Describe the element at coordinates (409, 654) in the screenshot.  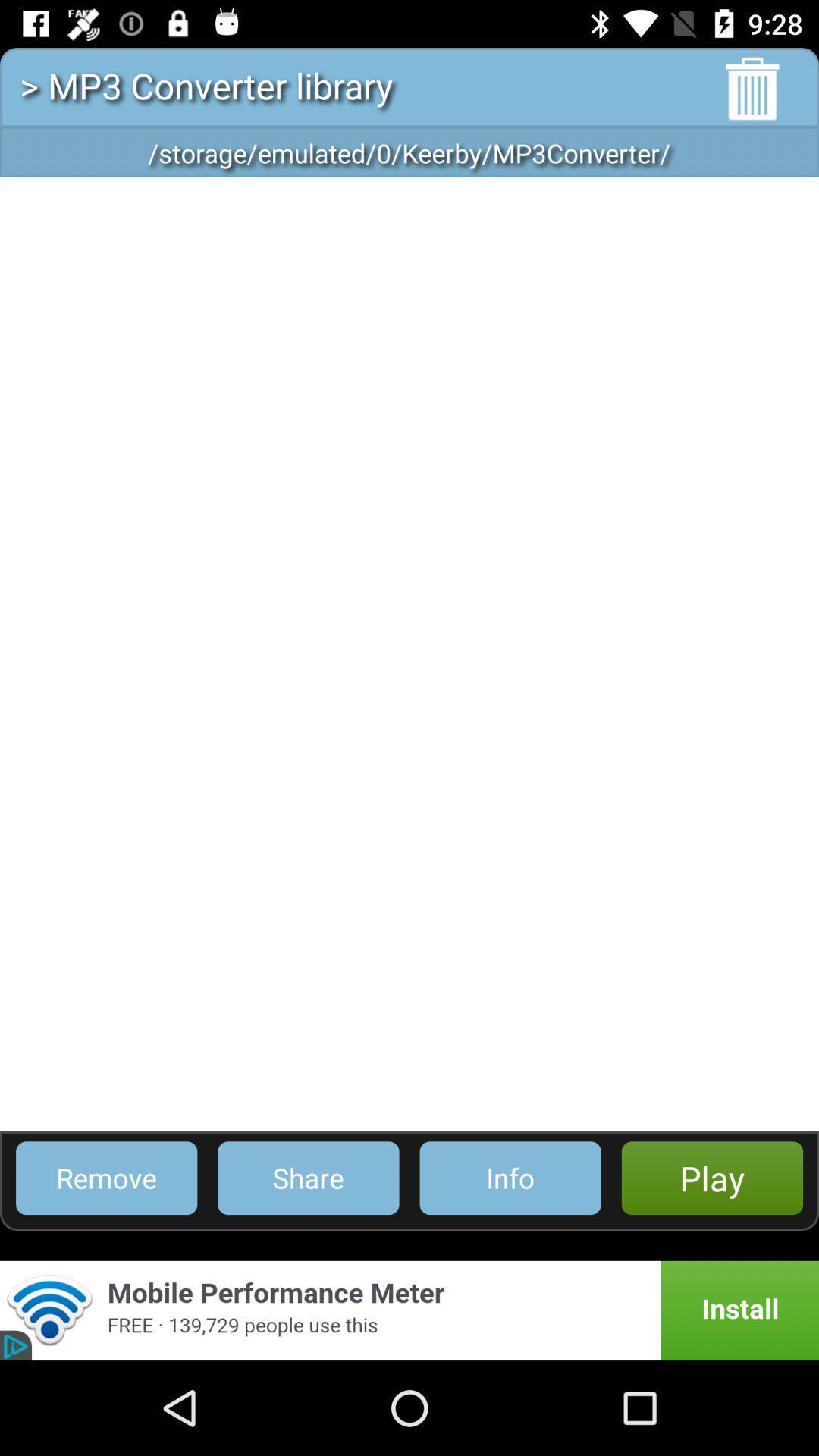
I see `the icon below storage emulated 0 item` at that location.